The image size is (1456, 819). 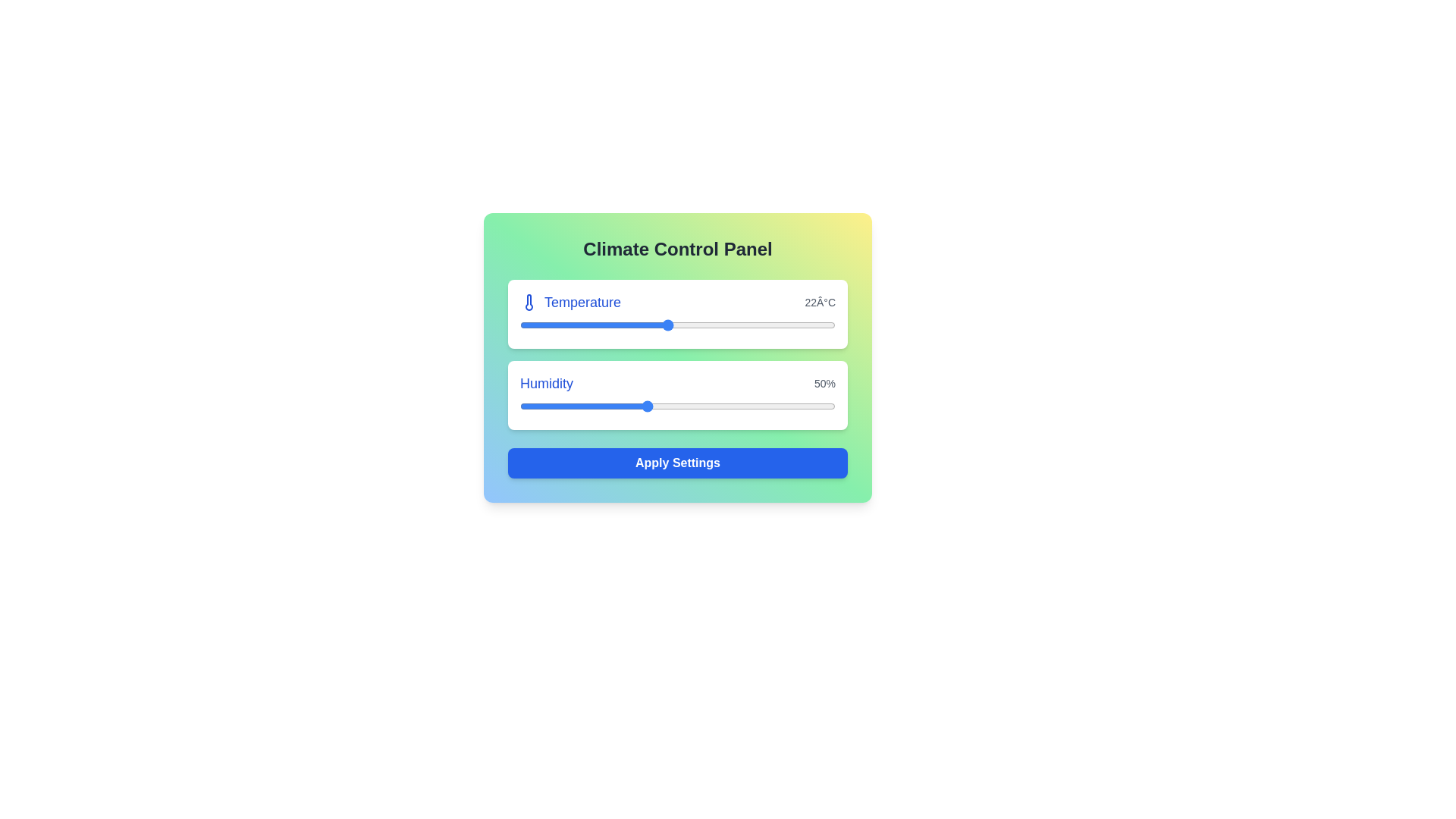 What do you see at coordinates (708, 324) in the screenshot?
I see `the temperature slider` at bounding box center [708, 324].